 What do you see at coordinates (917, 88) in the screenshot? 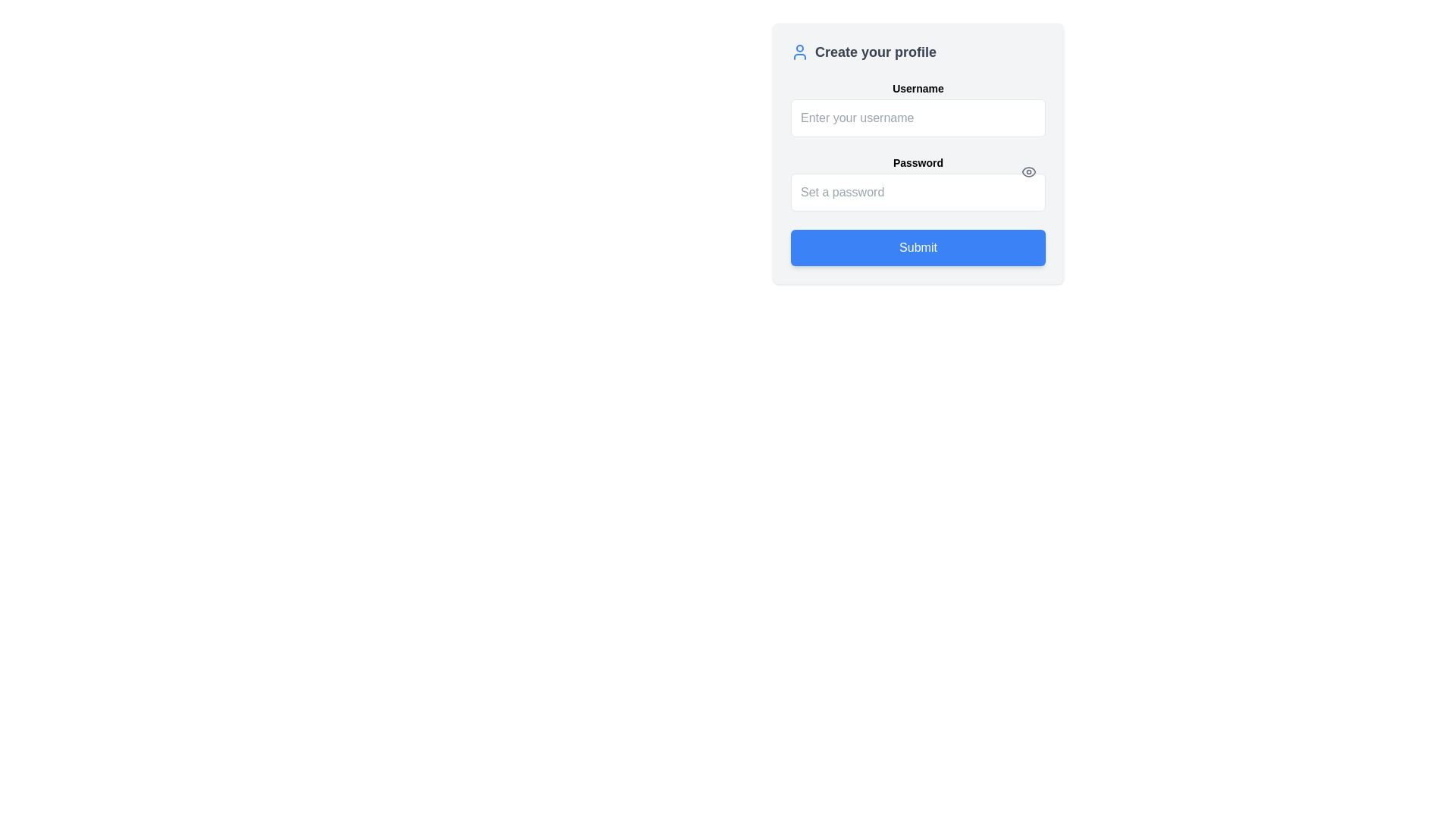
I see `the label element that describes the purpose of the adjacent input field for entering a username, located near the top section of the form layout` at bounding box center [917, 88].